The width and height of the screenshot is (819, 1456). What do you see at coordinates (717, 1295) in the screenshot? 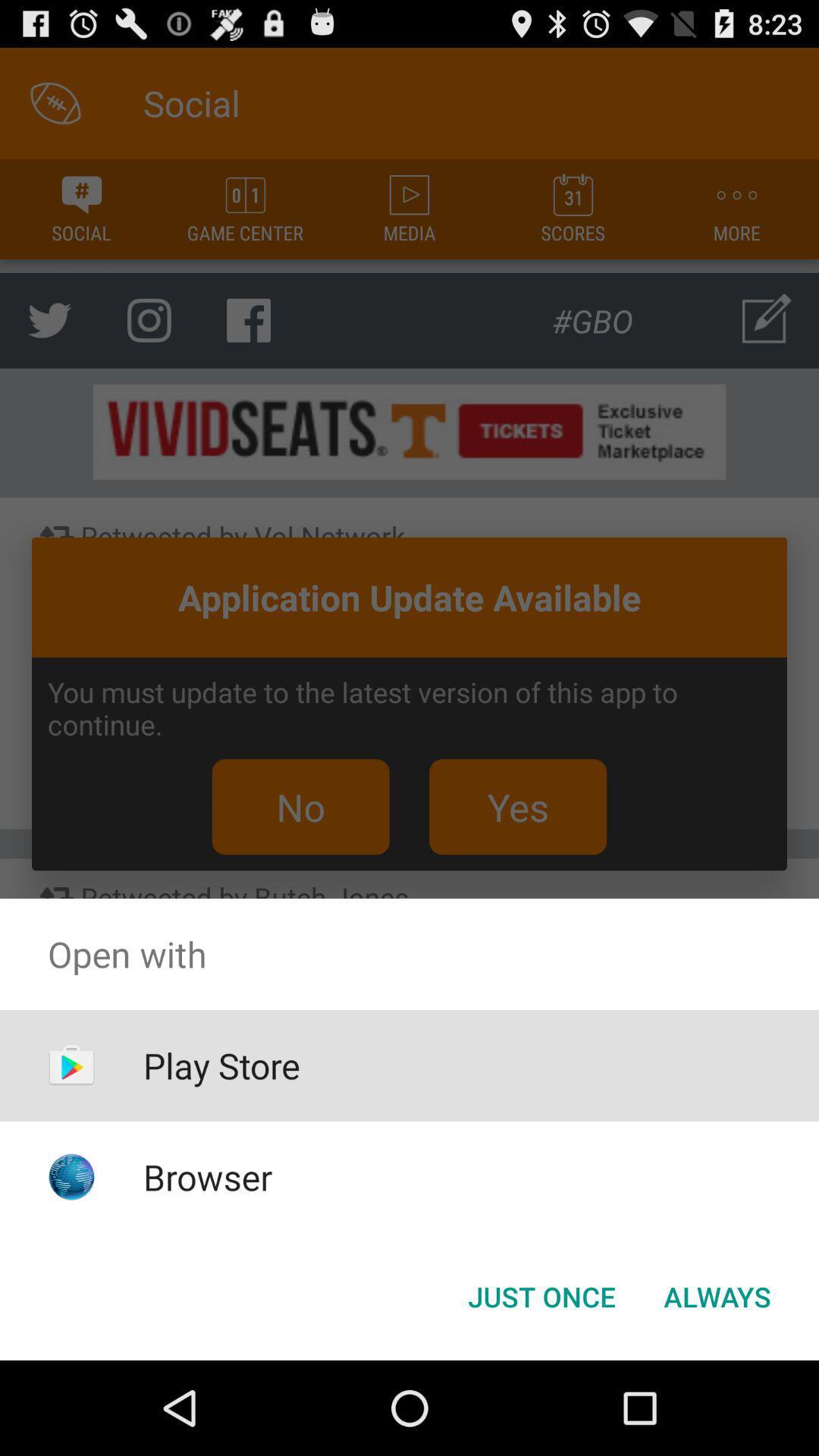
I see `the always button` at bounding box center [717, 1295].